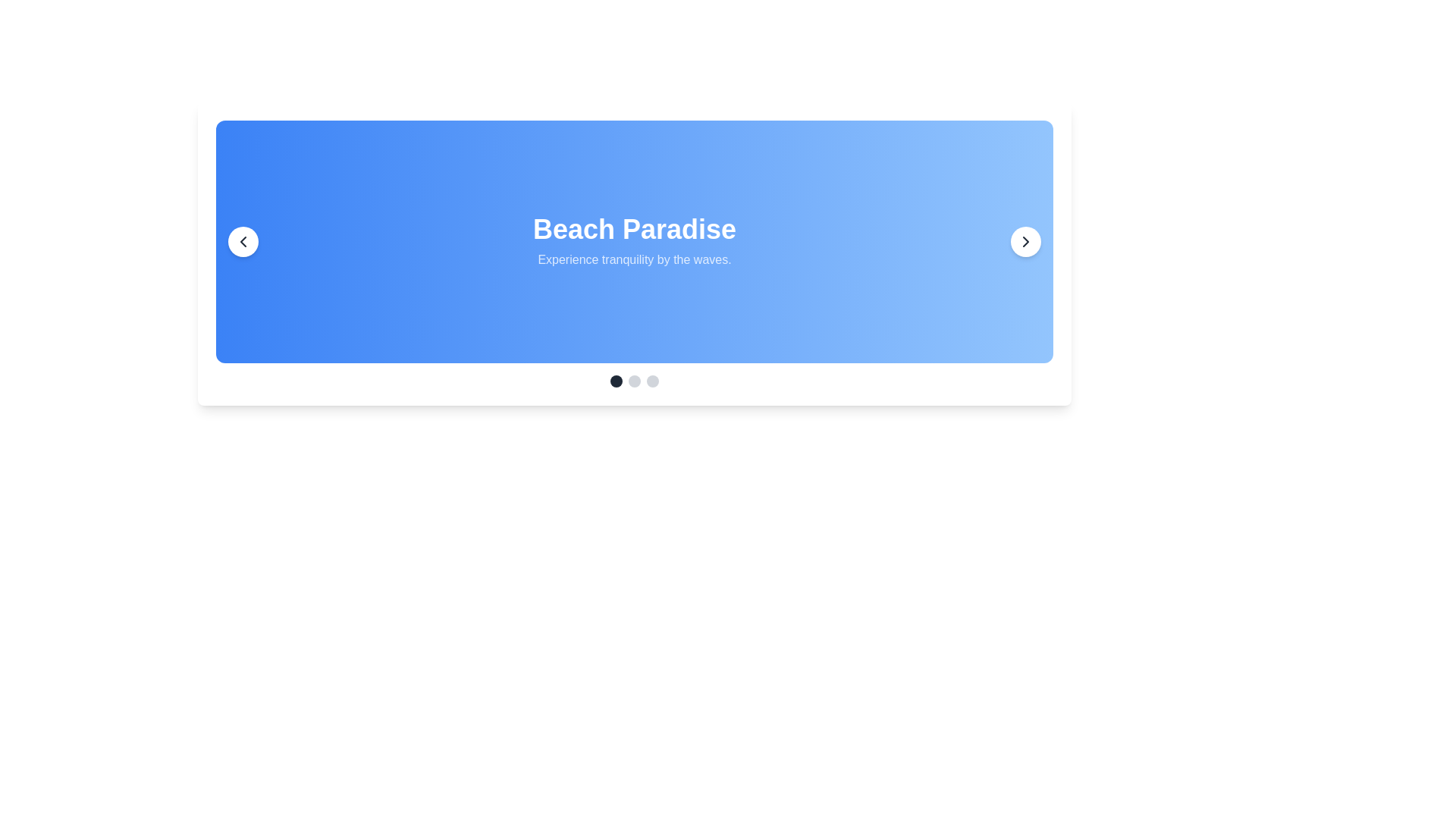  I want to click on the third Circle indicator, so click(652, 380).